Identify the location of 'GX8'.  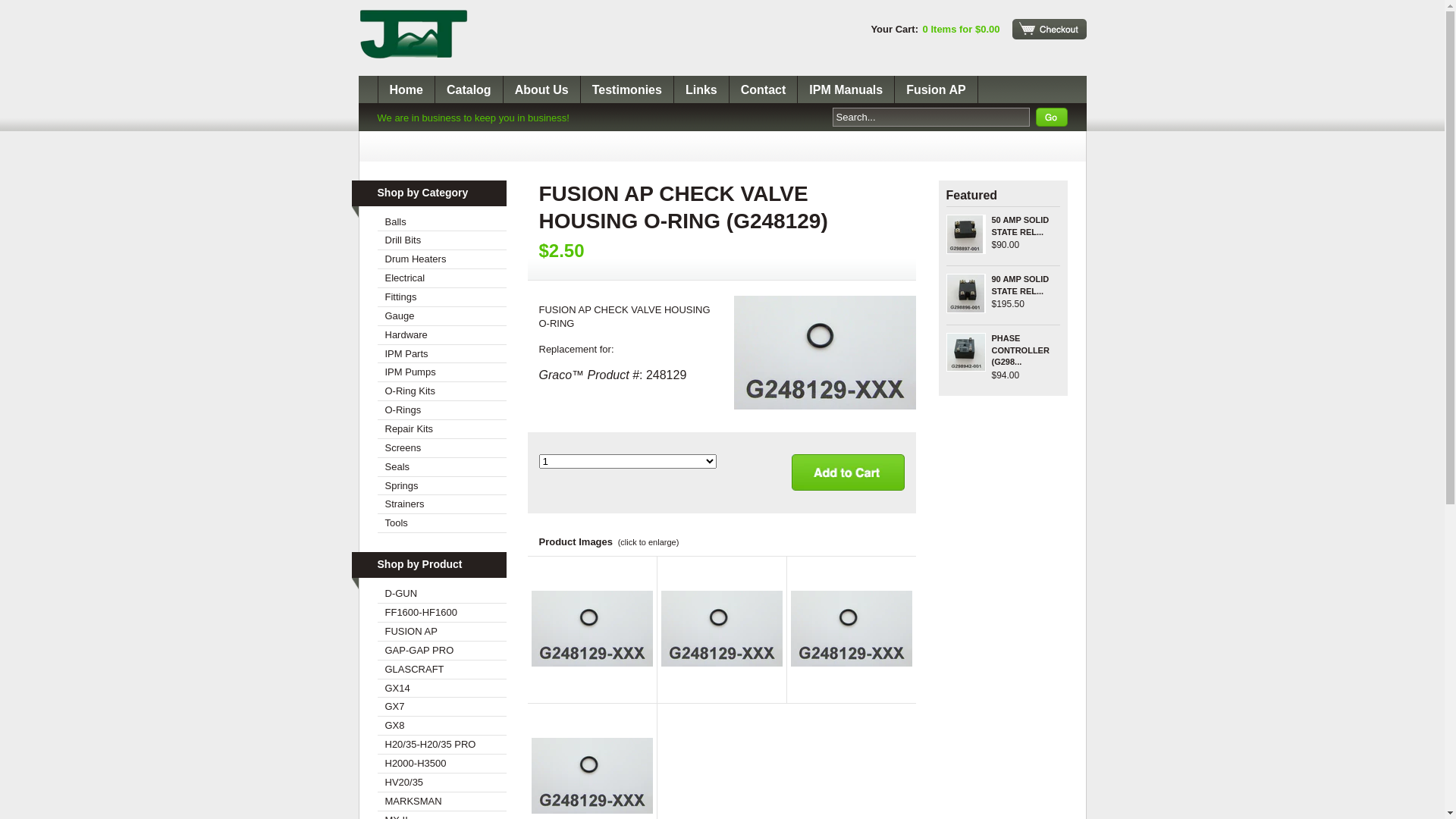
(441, 725).